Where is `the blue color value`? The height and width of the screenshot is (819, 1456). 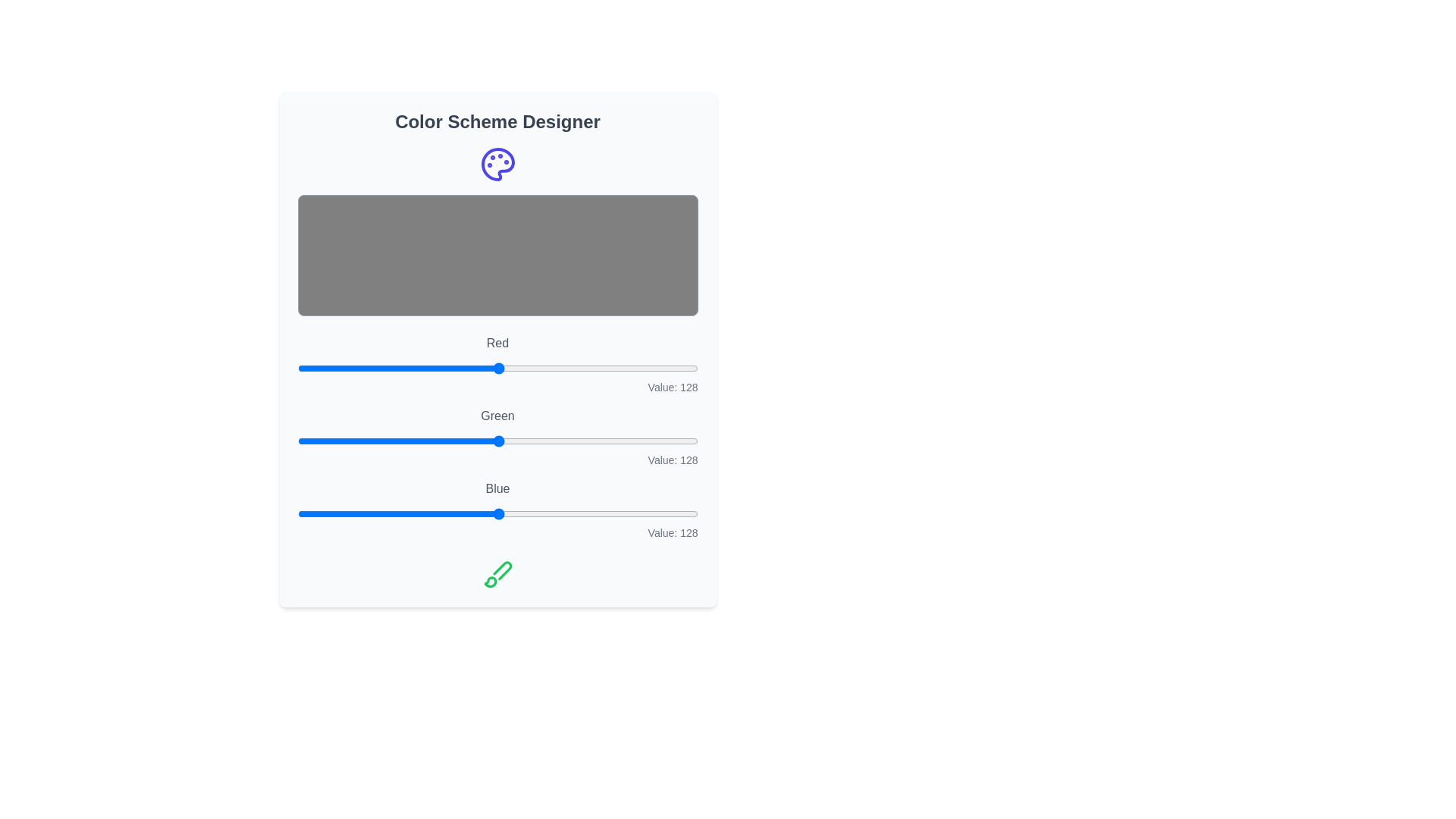
the blue color value is located at coordinates (626, 513).